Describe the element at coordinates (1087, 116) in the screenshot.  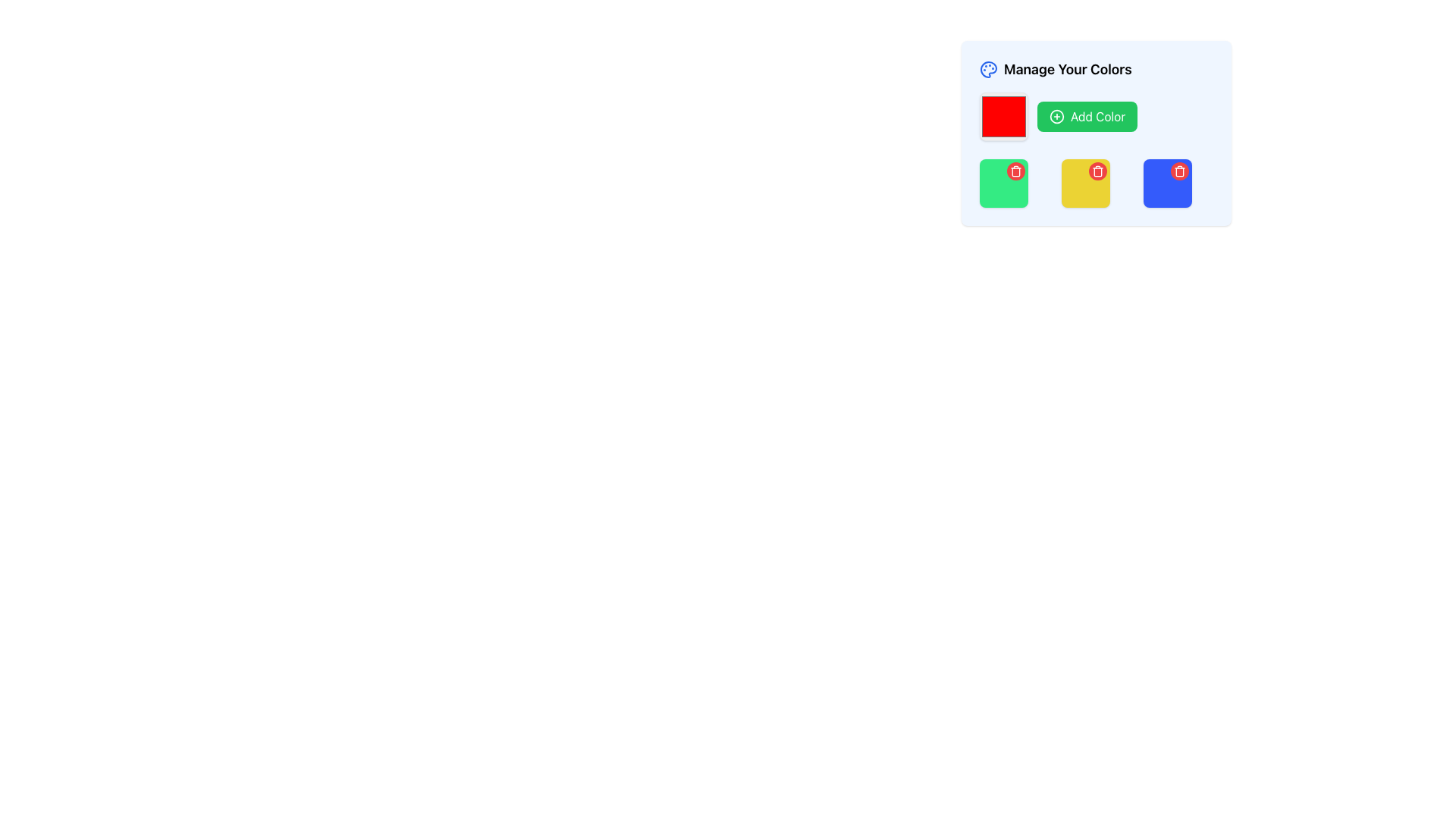
I see `the 'Add Color' button located in the 'Manage Your Colors' panel, which is positioned to the right of the square red color swatch` at that location.